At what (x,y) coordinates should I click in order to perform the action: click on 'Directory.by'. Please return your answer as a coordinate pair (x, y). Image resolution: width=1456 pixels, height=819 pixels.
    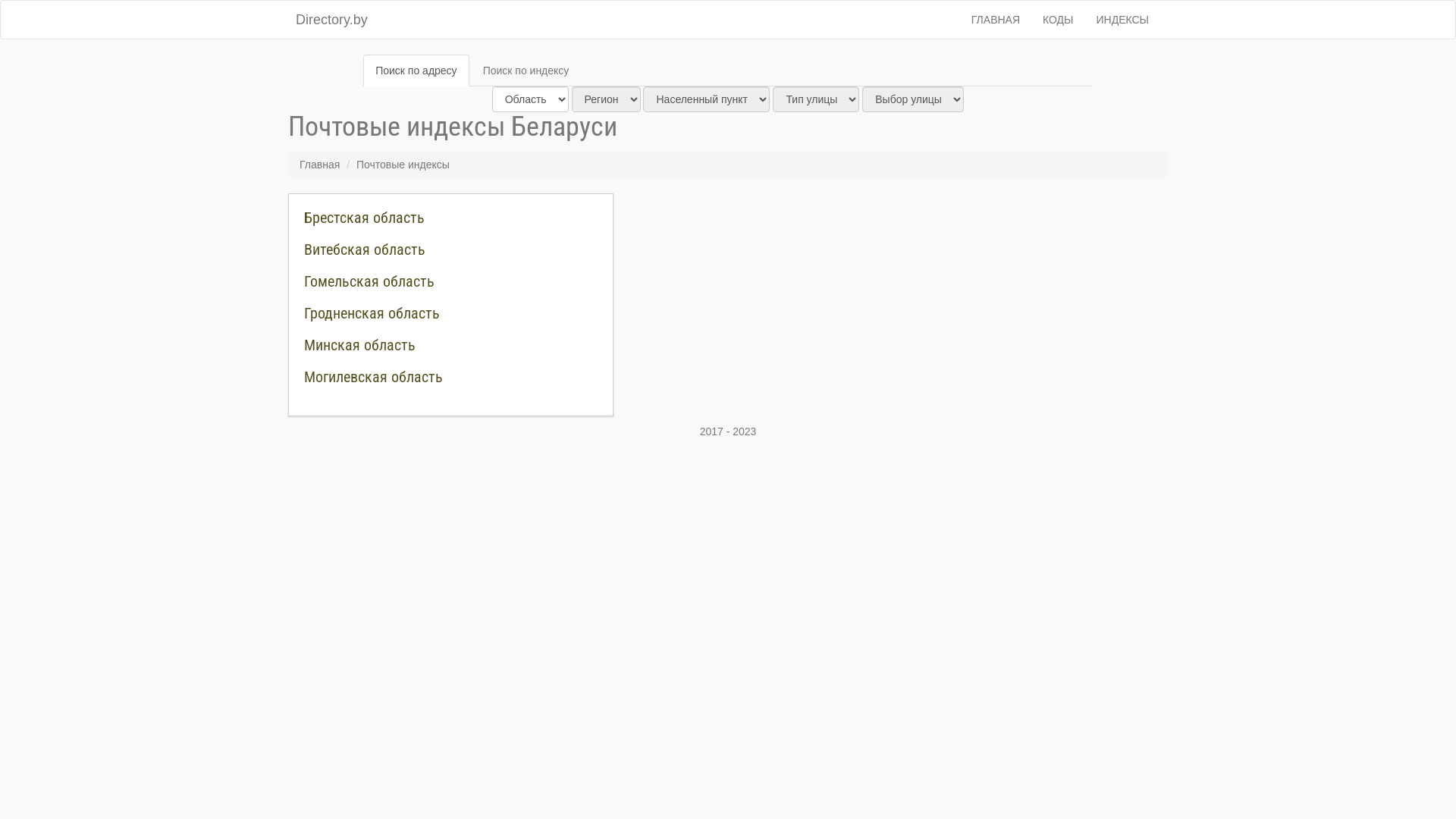
    Looking at the image, I should click on (331, 20).